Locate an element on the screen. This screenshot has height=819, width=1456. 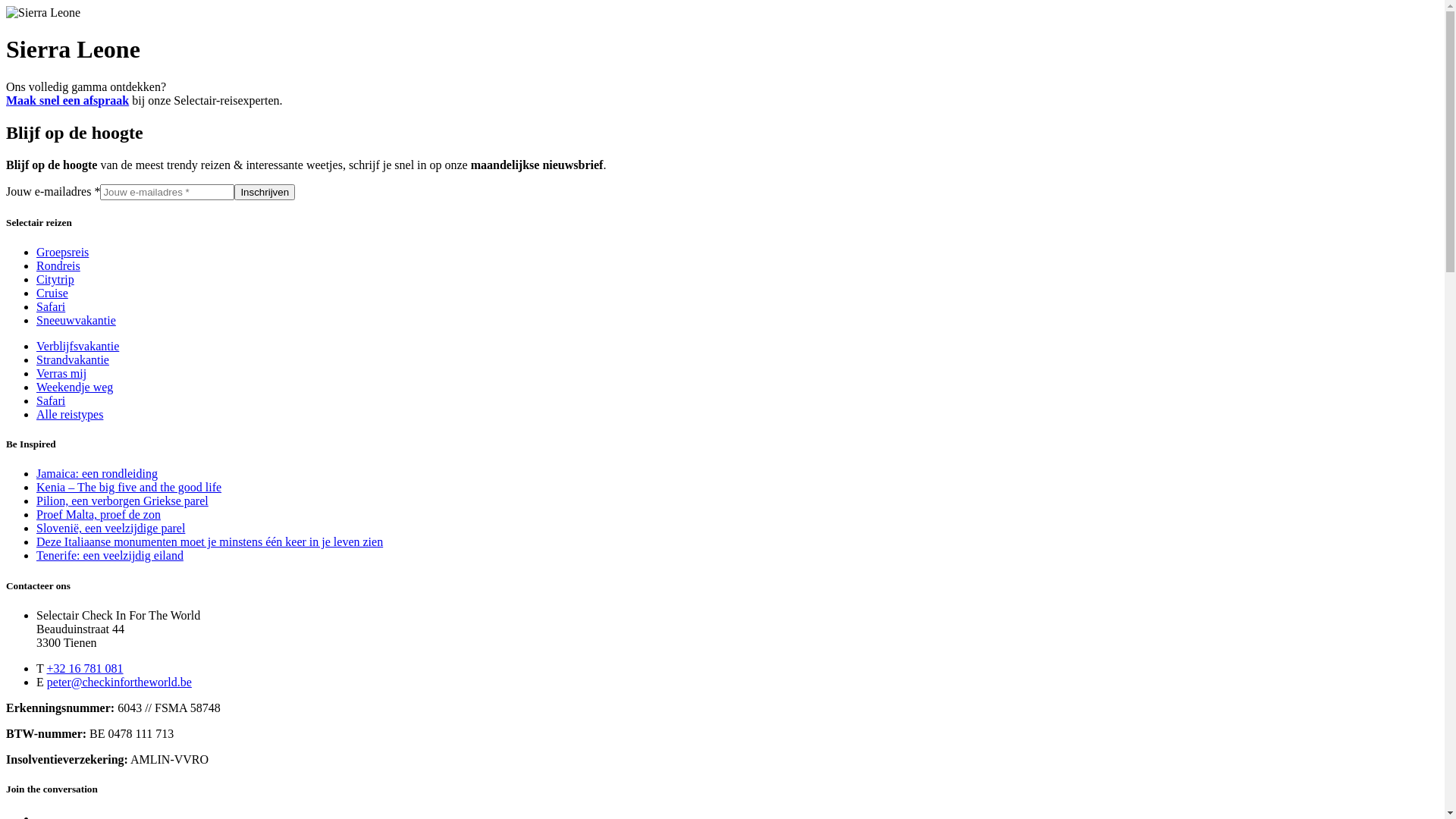
'Jamaica: een rondleiding' is located at coordinates (36, 472).